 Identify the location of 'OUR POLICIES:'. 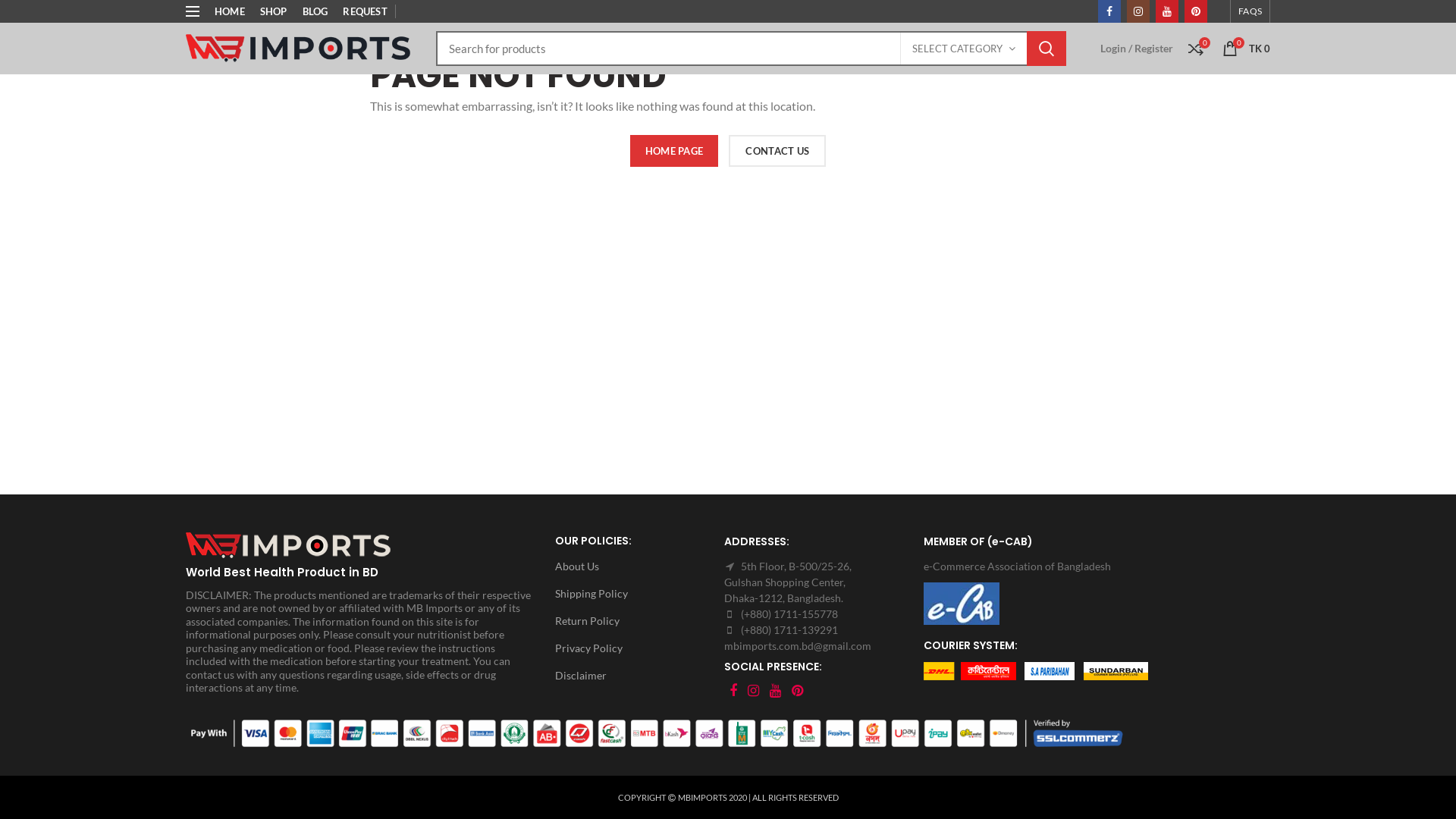
(635, 540).